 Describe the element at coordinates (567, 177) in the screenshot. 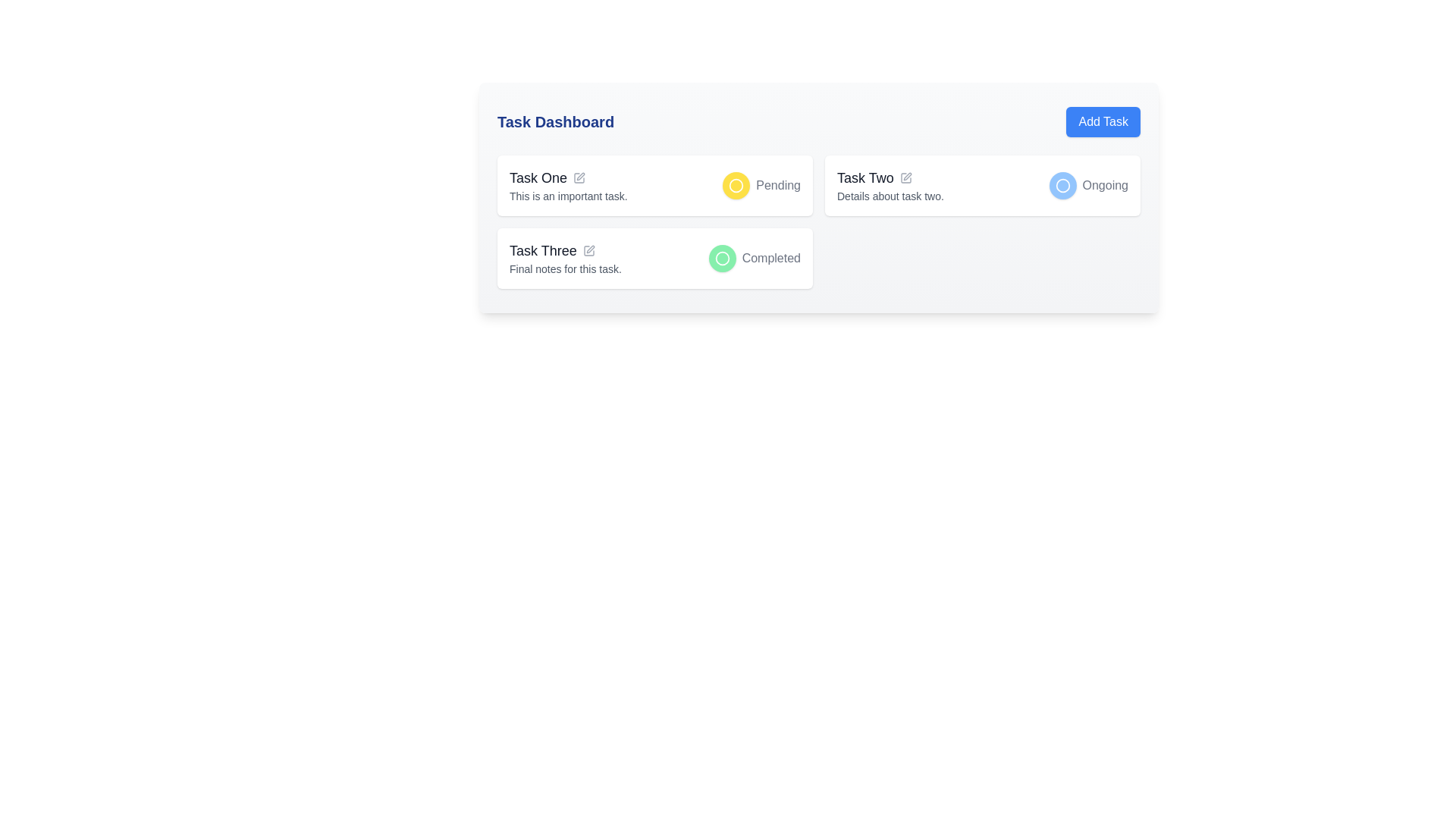

I see `the text label in the first card of the grid layout on the dashboard` at that location.